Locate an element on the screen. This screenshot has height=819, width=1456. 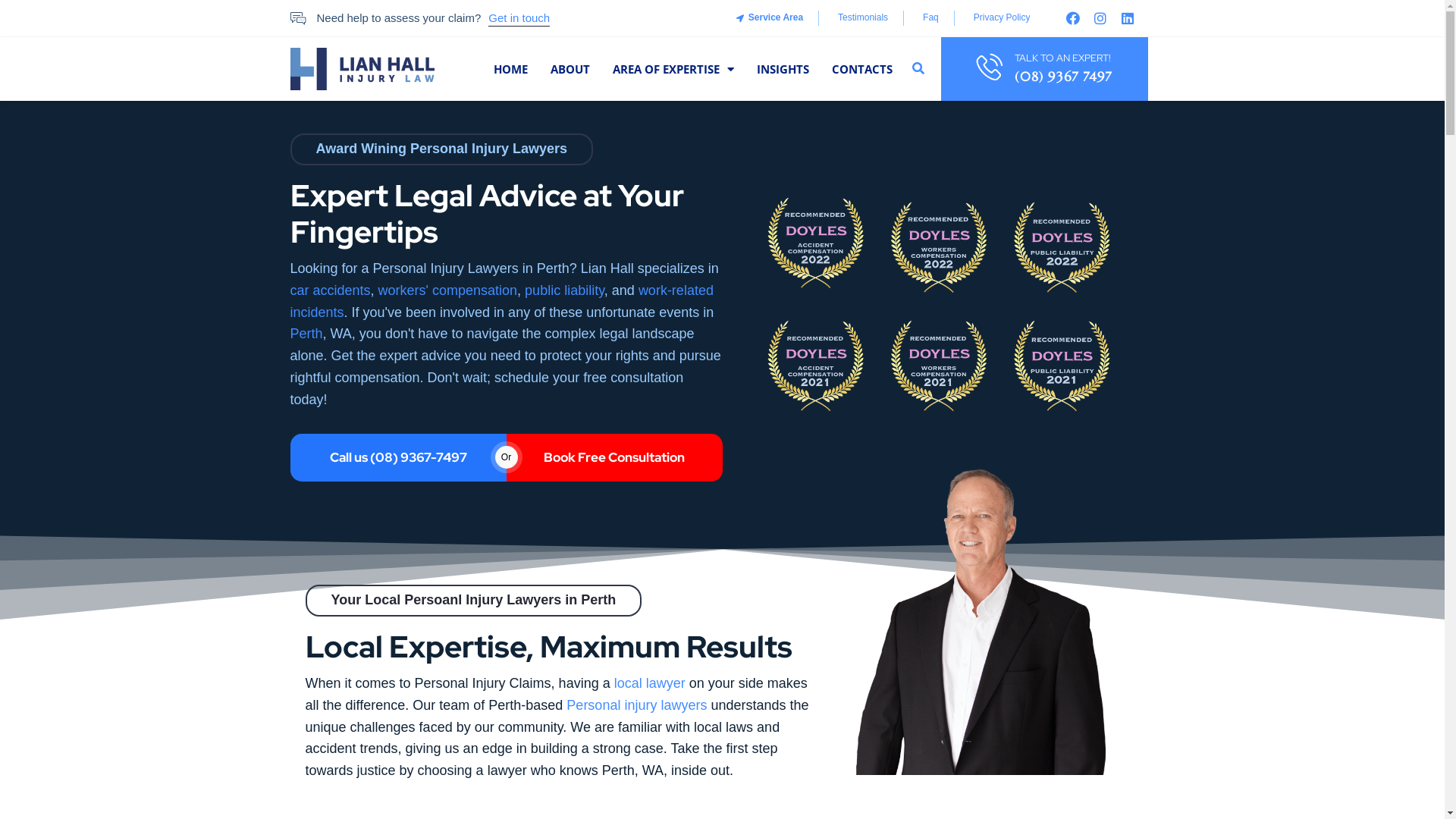
'public liability' is located at coordinates (563, 290).